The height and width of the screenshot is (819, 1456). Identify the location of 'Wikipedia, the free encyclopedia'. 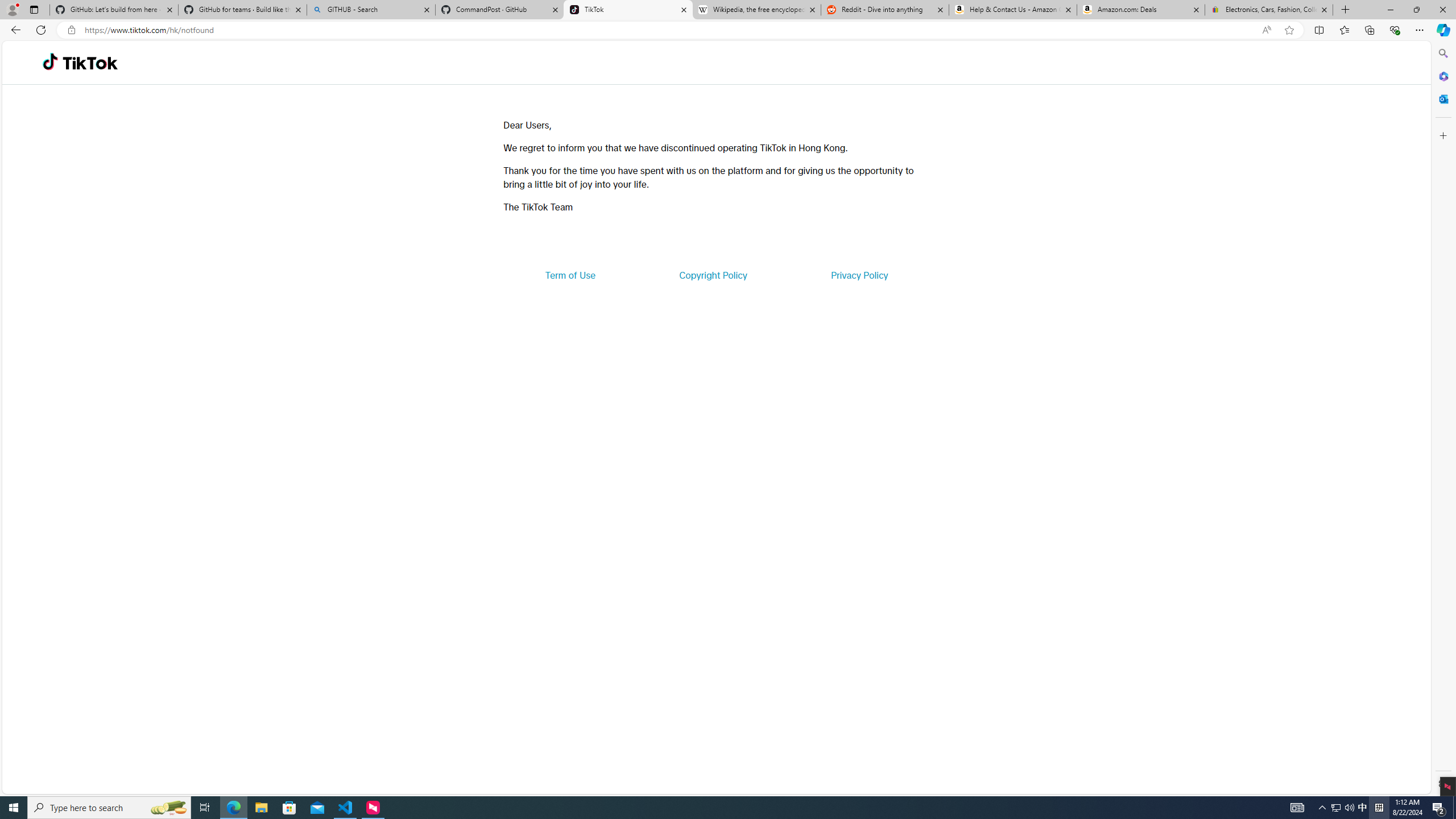
(755, 9).